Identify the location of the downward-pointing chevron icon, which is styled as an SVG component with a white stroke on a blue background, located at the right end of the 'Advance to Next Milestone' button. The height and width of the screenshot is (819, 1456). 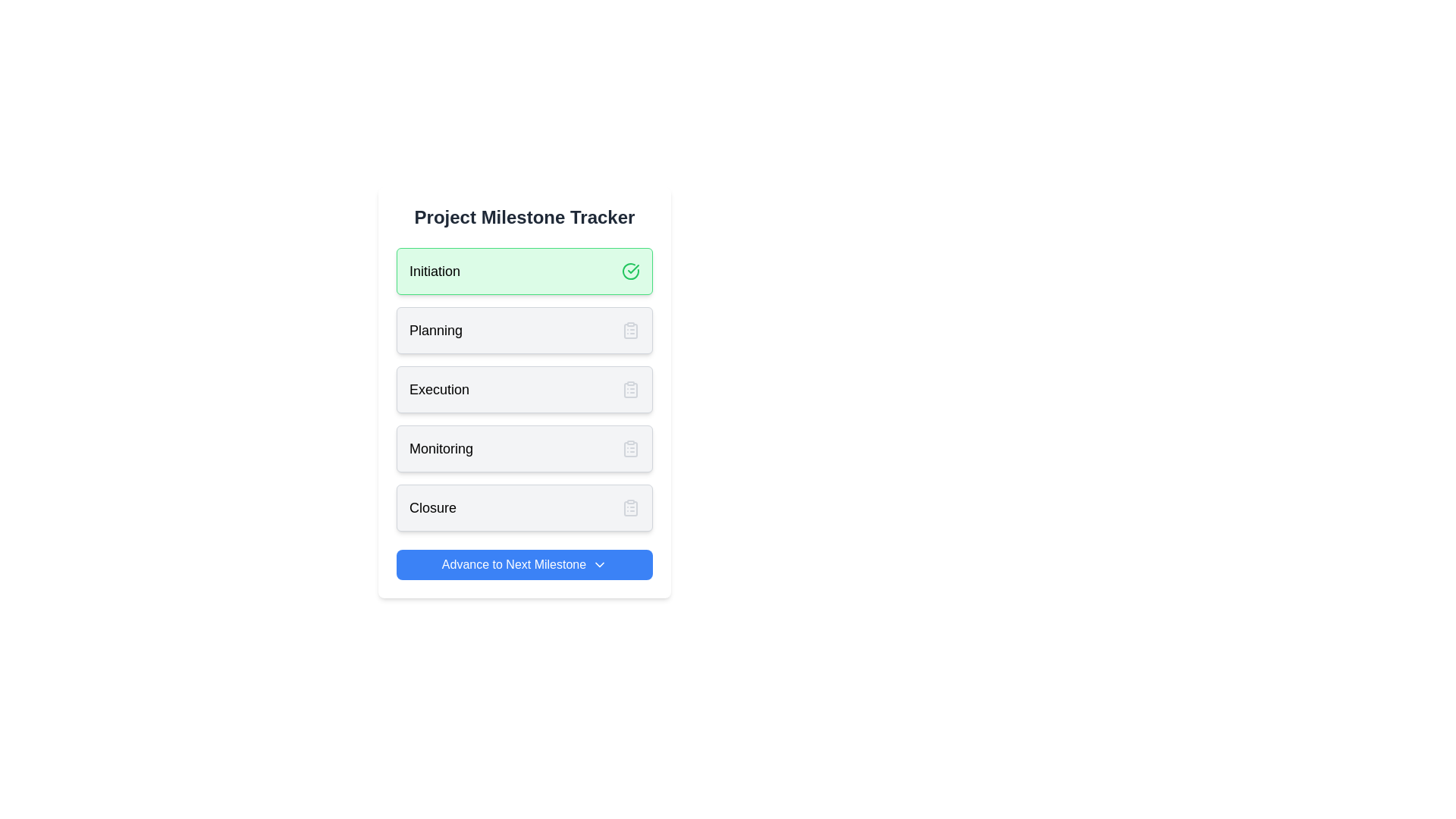
(599, 564).